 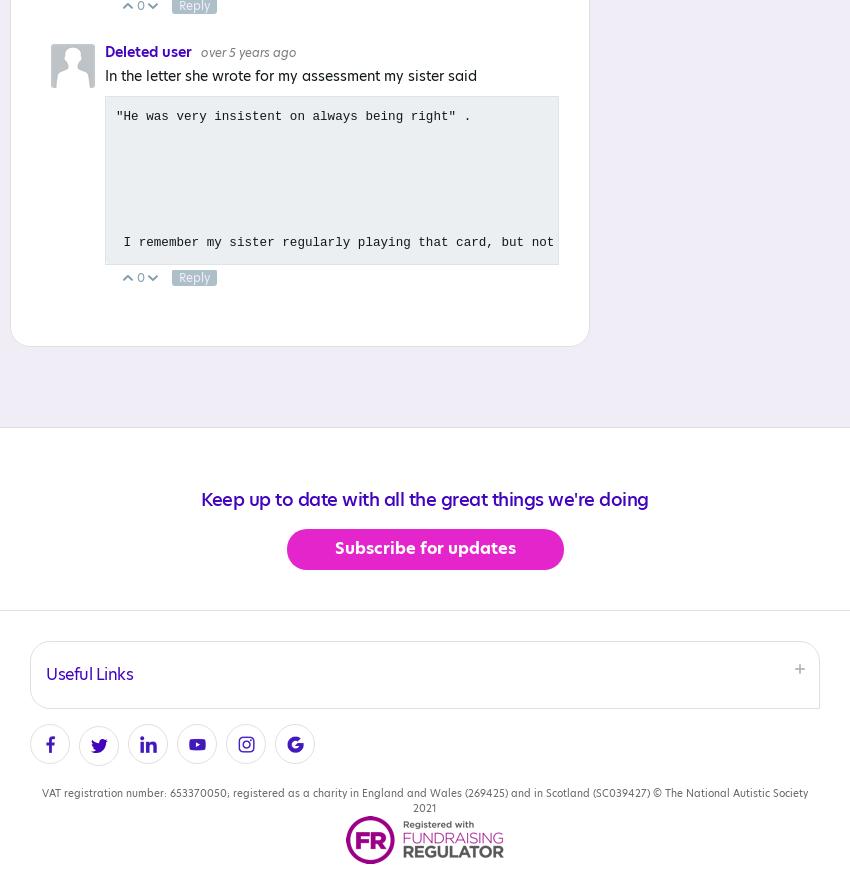 I want to click on 'Subscribe for updates', so click(x=424, y=549).